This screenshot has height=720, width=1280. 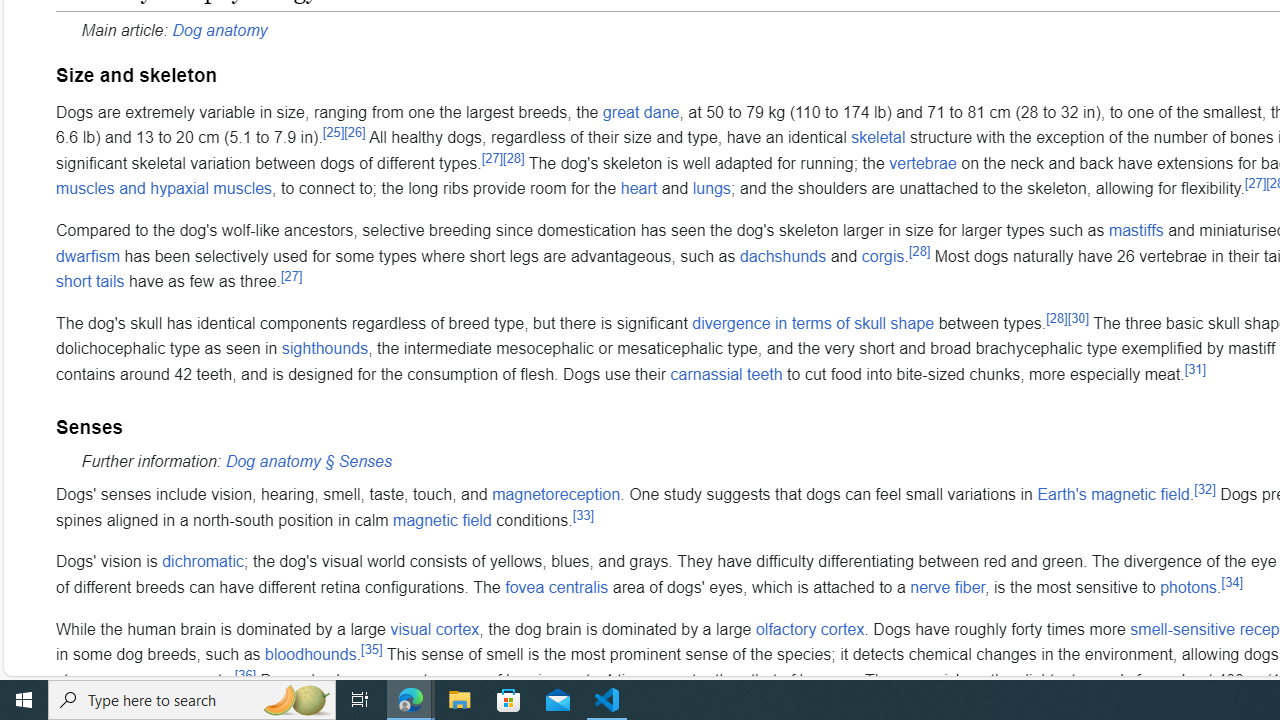 What do you see at coordinates (557, 586) in the screenshot?
I see `'fovea centralis'` at bounding box center [557, 586].